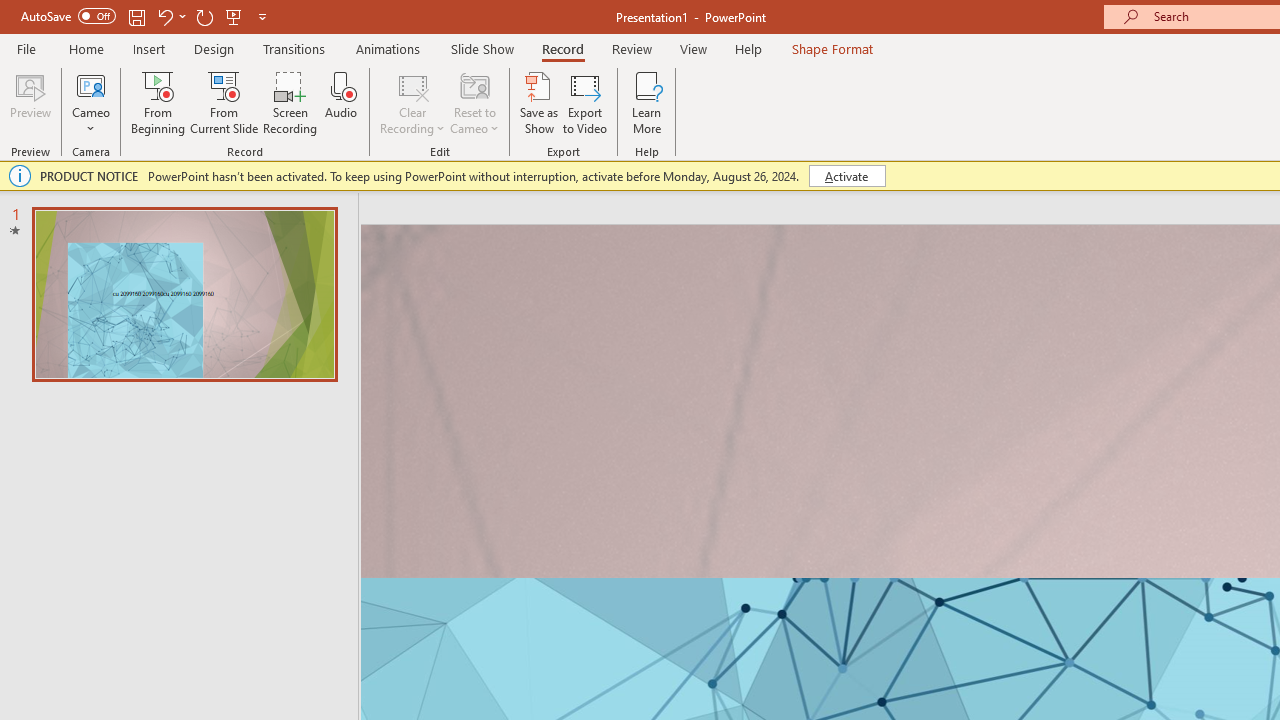  Describe the element at coordinates (584, 103) in the screenshot. I see `'Export to Video'` at that location.